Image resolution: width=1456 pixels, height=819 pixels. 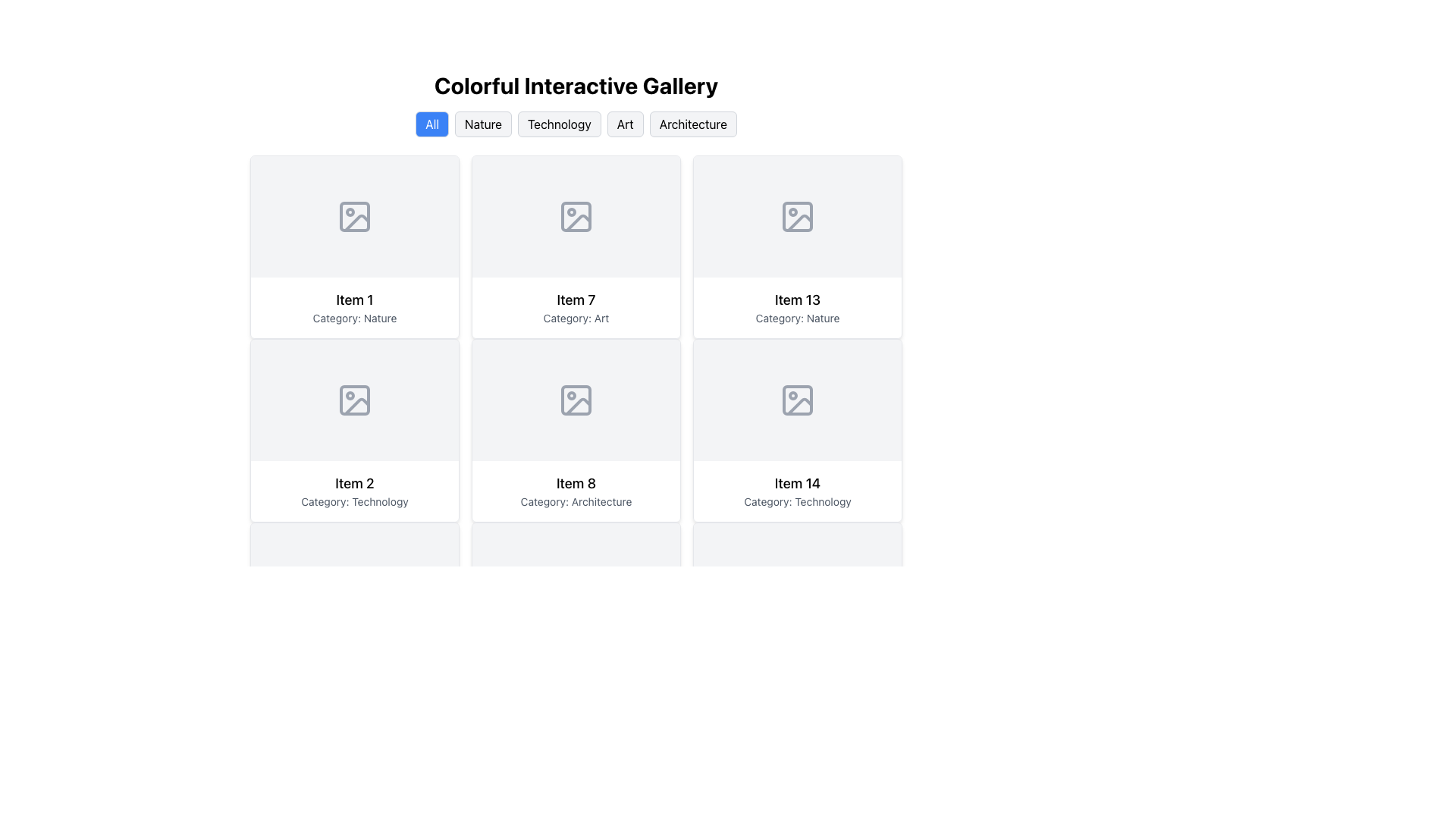 What do you see at coordinates (796, 483) in the screenshot?
I see `the bold text label displaying 'Item 14', which is centered above a smaller text in a card-like layout` at bounding box center [796, 483].